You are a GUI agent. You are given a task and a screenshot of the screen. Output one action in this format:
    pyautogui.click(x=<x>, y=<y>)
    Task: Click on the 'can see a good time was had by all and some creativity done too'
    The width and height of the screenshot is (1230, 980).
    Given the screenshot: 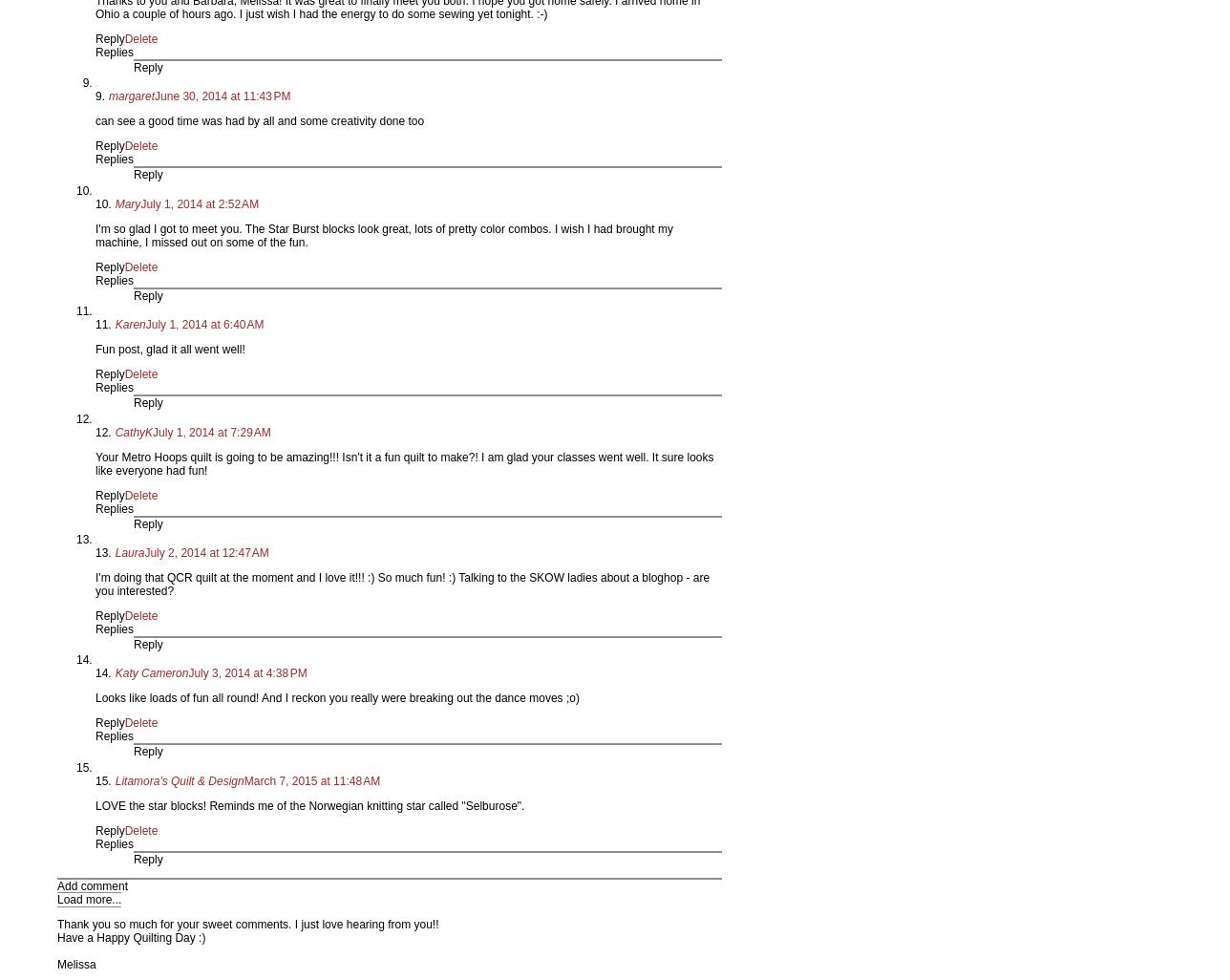 What is the action you would take?
    pyautogui.click(x=260, y=121)
    